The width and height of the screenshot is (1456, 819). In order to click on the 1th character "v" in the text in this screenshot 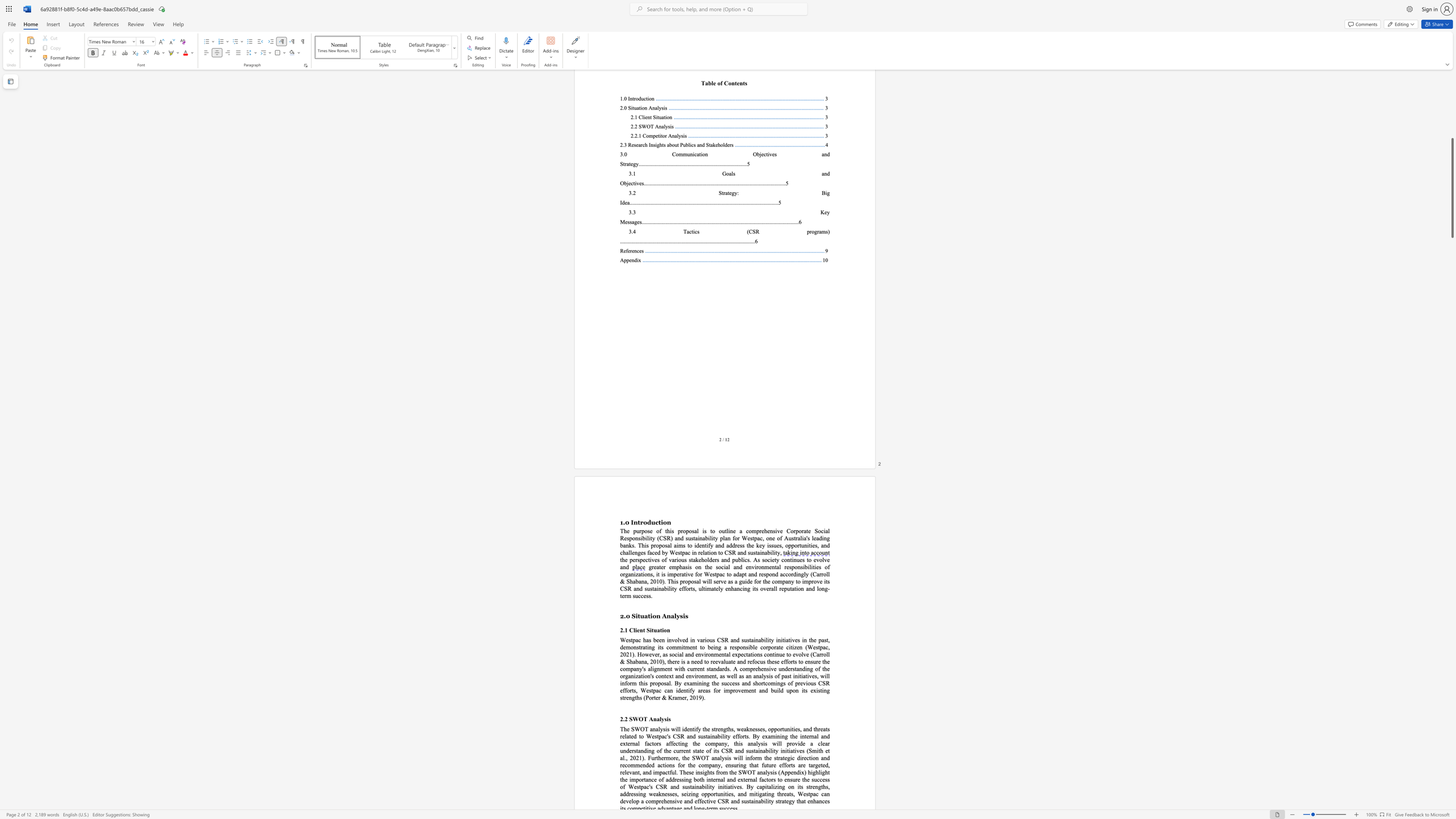, I will do `click(778, 530)`.